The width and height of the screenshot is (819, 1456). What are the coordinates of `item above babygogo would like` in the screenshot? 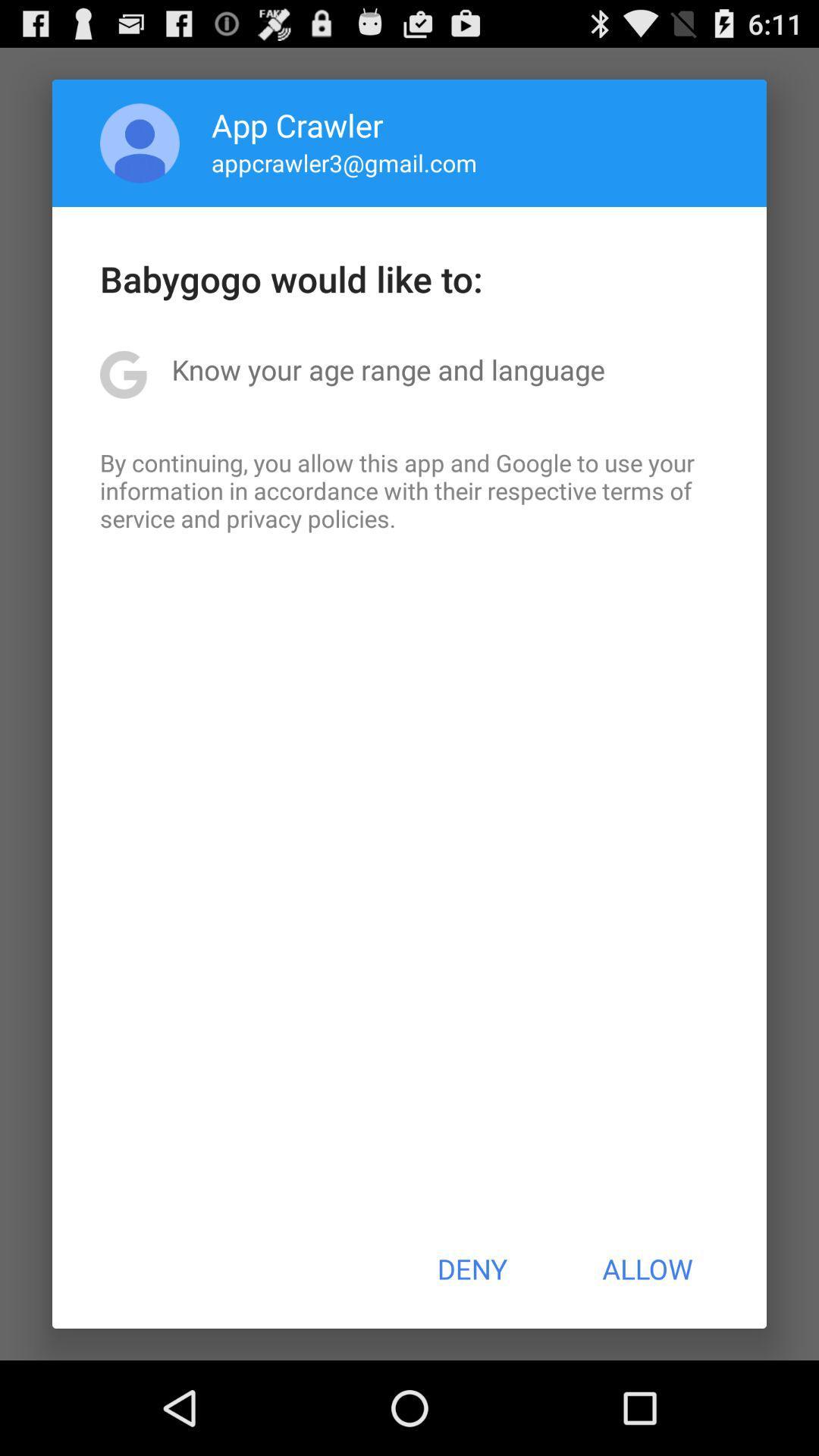 It's located at (140, 143).